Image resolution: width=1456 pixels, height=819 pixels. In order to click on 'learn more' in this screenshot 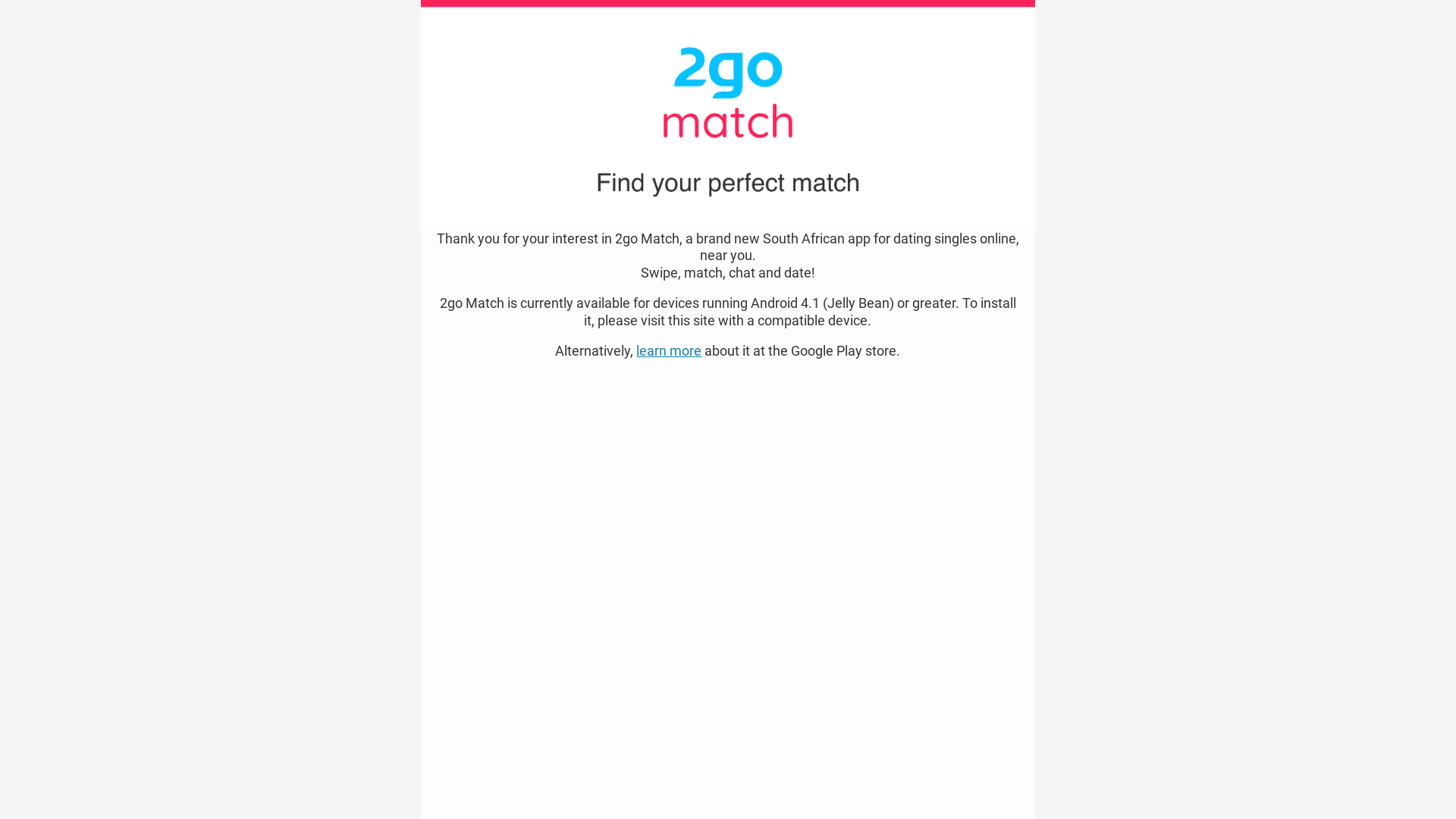, I will do `click(668, 350)`.